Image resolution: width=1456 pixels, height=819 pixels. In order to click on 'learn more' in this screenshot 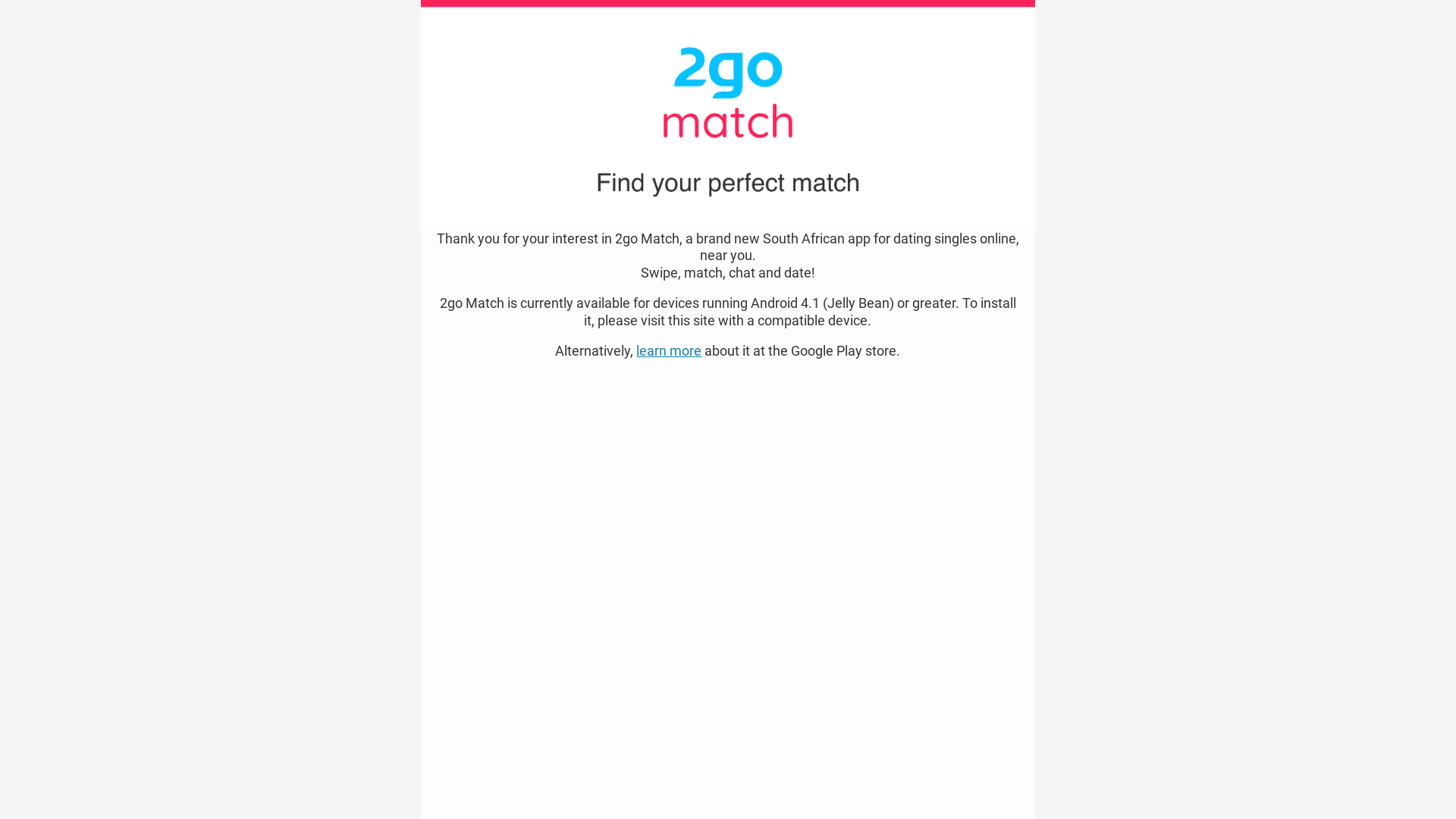, I will do `click(668, 350)`.